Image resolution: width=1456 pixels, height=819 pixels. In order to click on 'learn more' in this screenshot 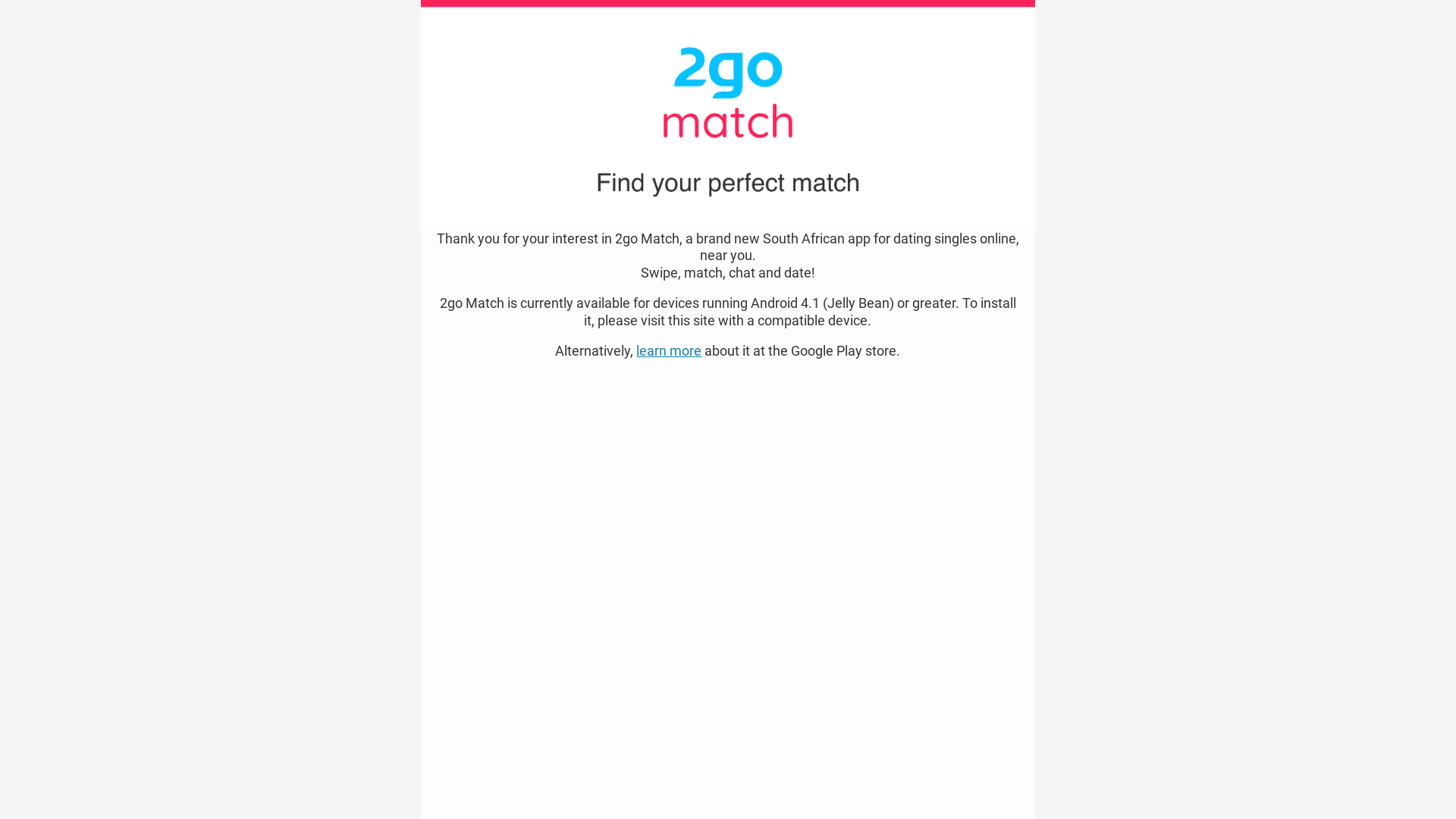, I will do `click(668, 350)`.